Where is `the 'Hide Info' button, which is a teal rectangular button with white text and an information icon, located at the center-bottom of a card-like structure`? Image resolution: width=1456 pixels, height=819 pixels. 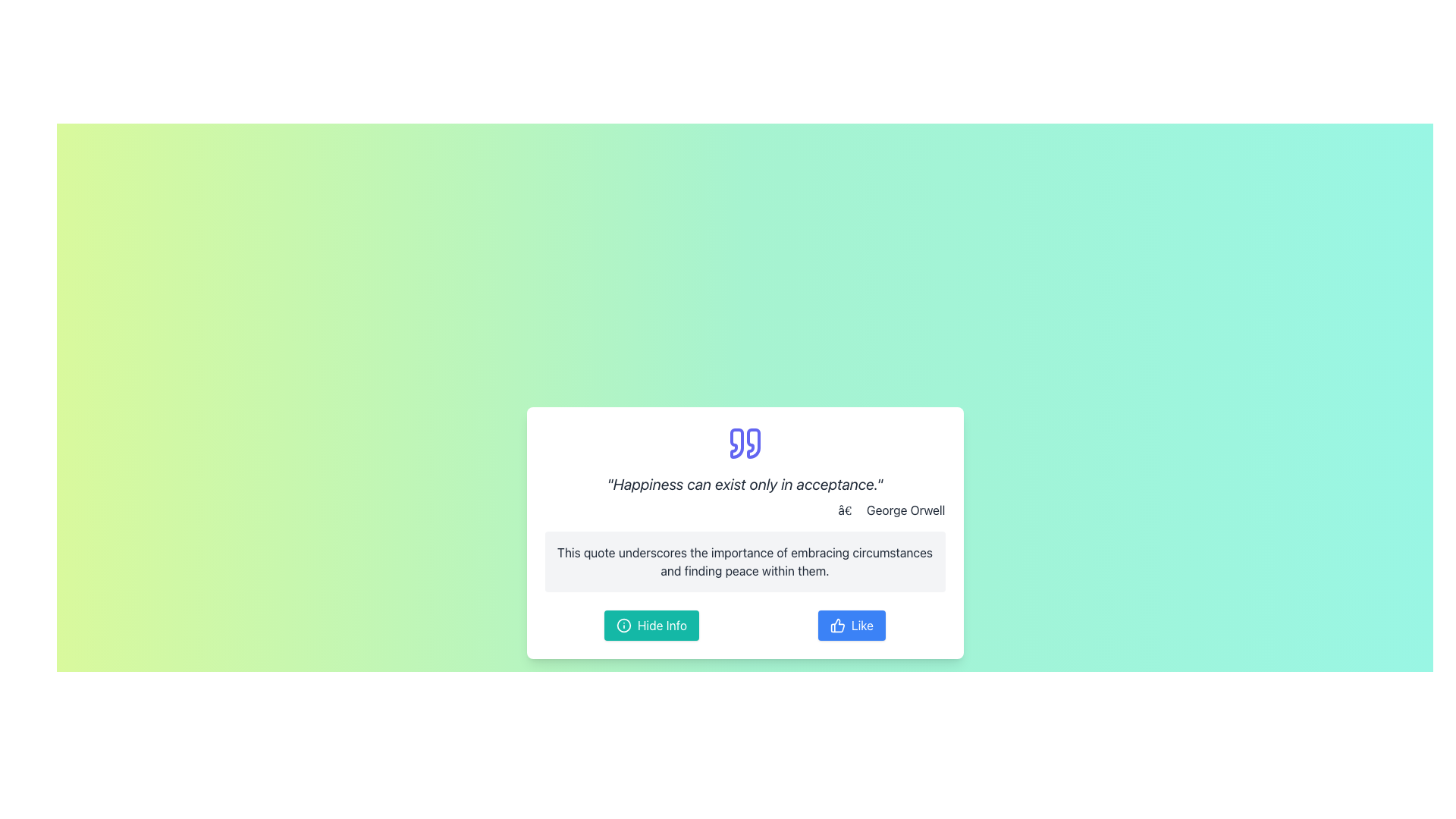 the 'Hide Info' button, which is a teal rectangular button with white text and an information icon, located at the center-bottom of a card-like structure is located at coordinates (651, 626).